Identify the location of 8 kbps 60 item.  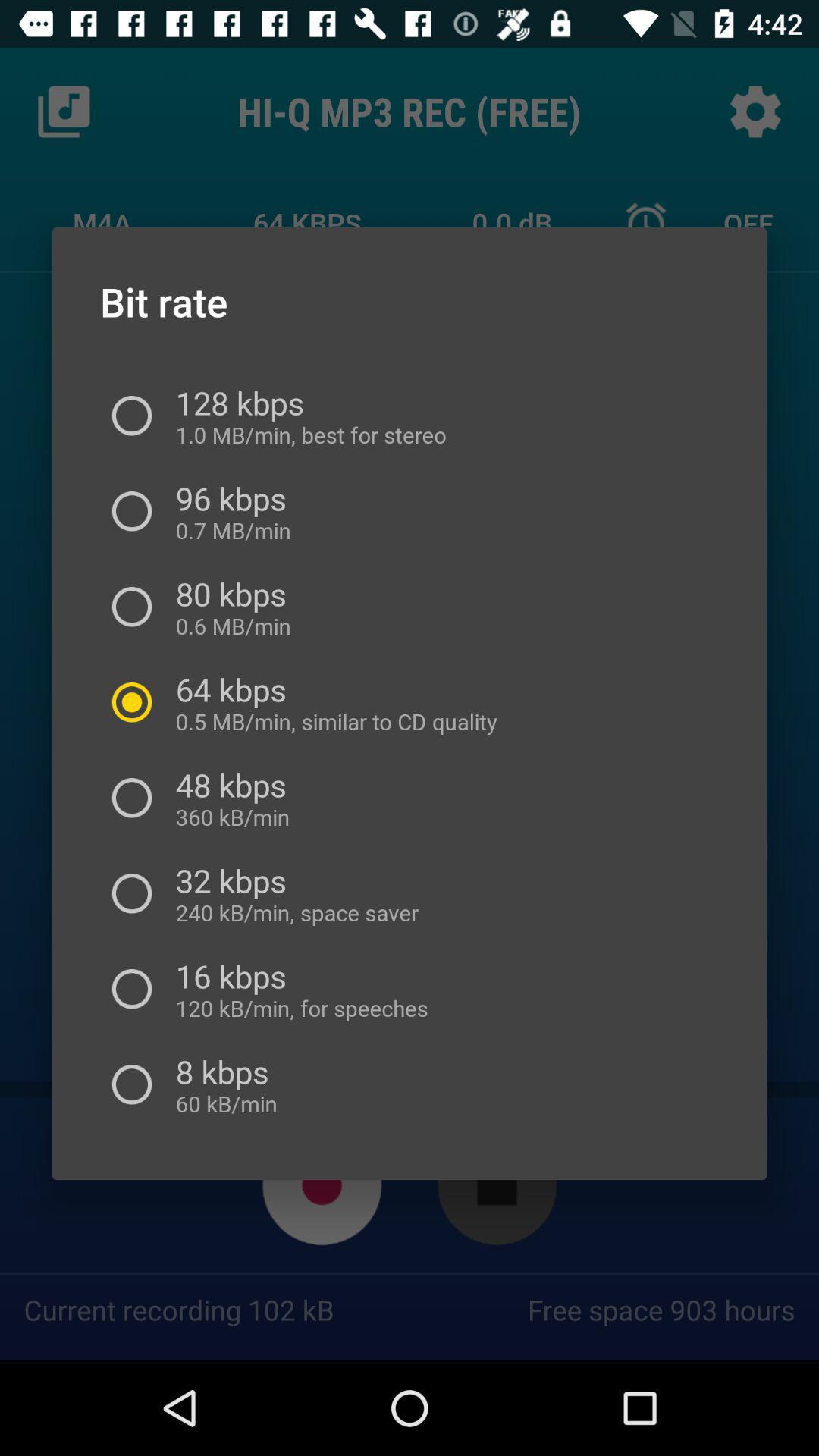
(221, 1084).